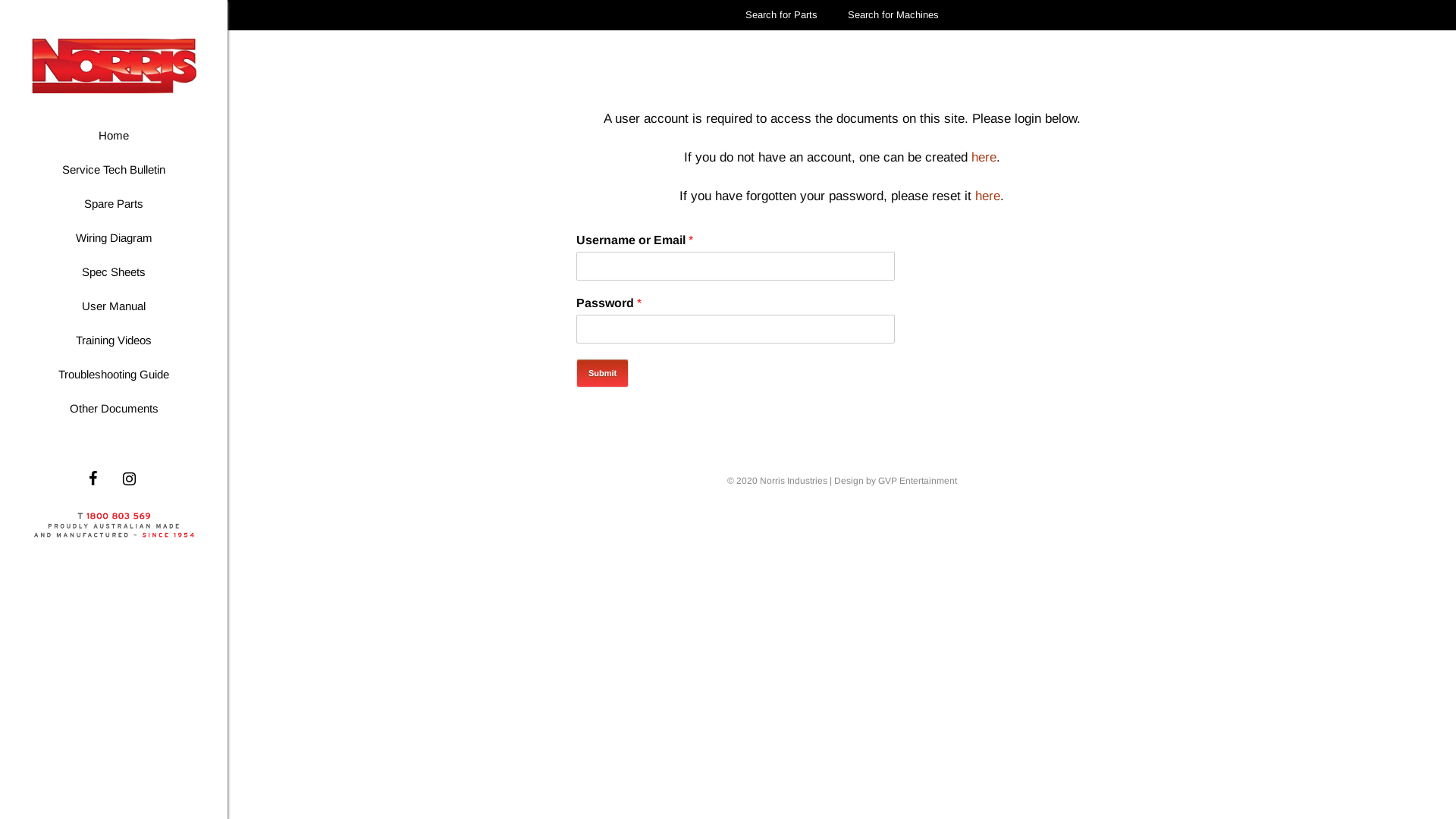 This screenshot has width=1456, height=819. I want to click on 'Submit', so click(601, 373).